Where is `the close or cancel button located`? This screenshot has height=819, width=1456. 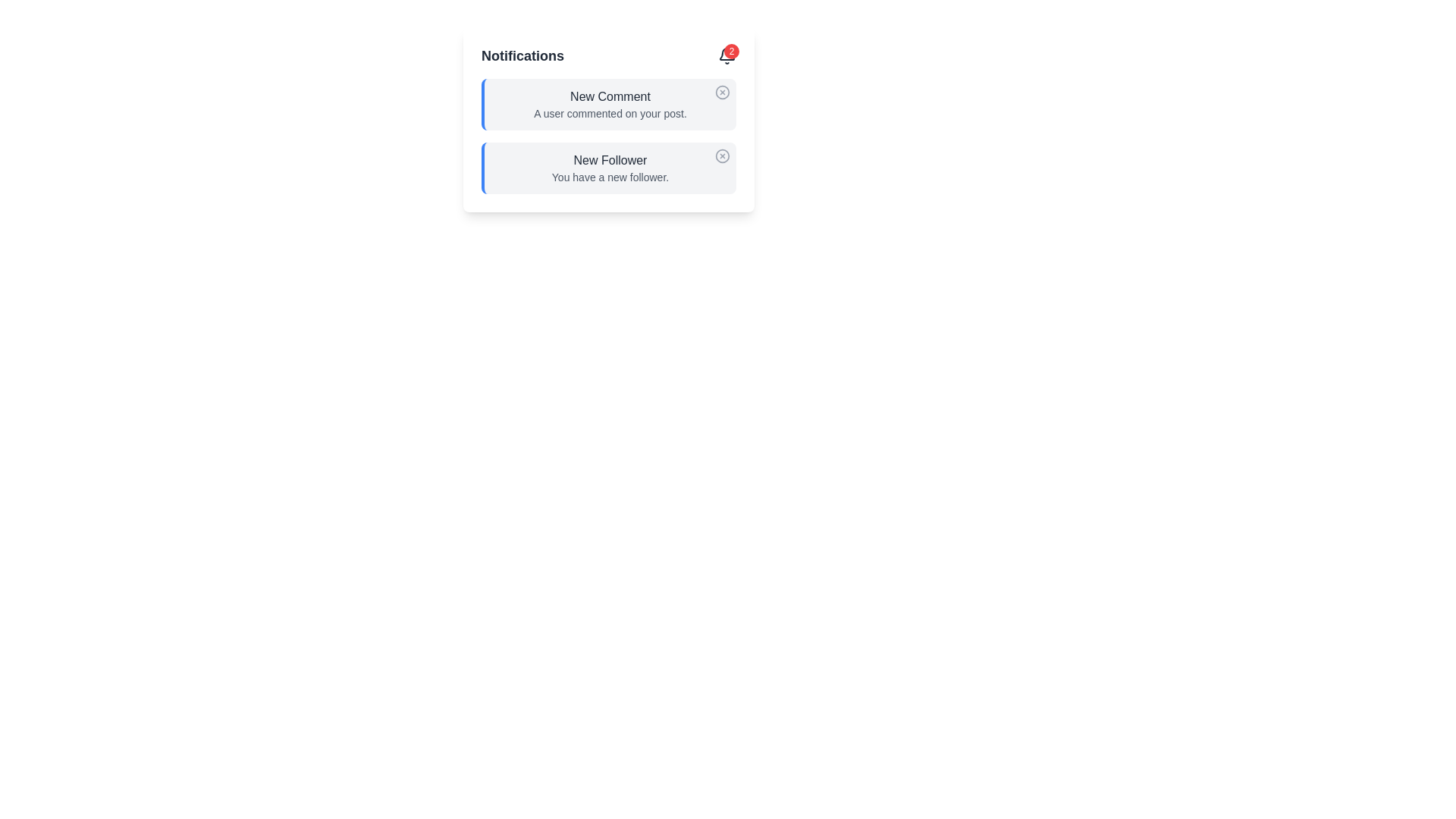 the close or cancel button located is located at coordinates (722, 155).